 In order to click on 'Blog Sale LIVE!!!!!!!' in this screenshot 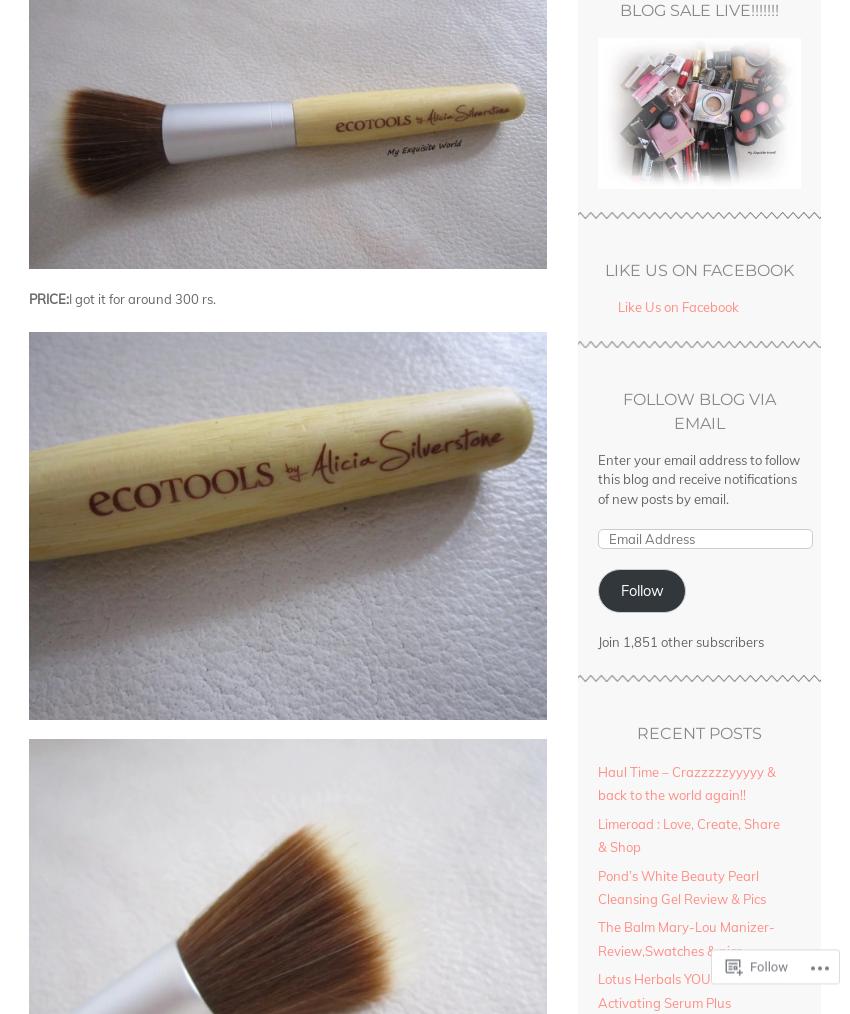, I will do `click(697, 8)`.